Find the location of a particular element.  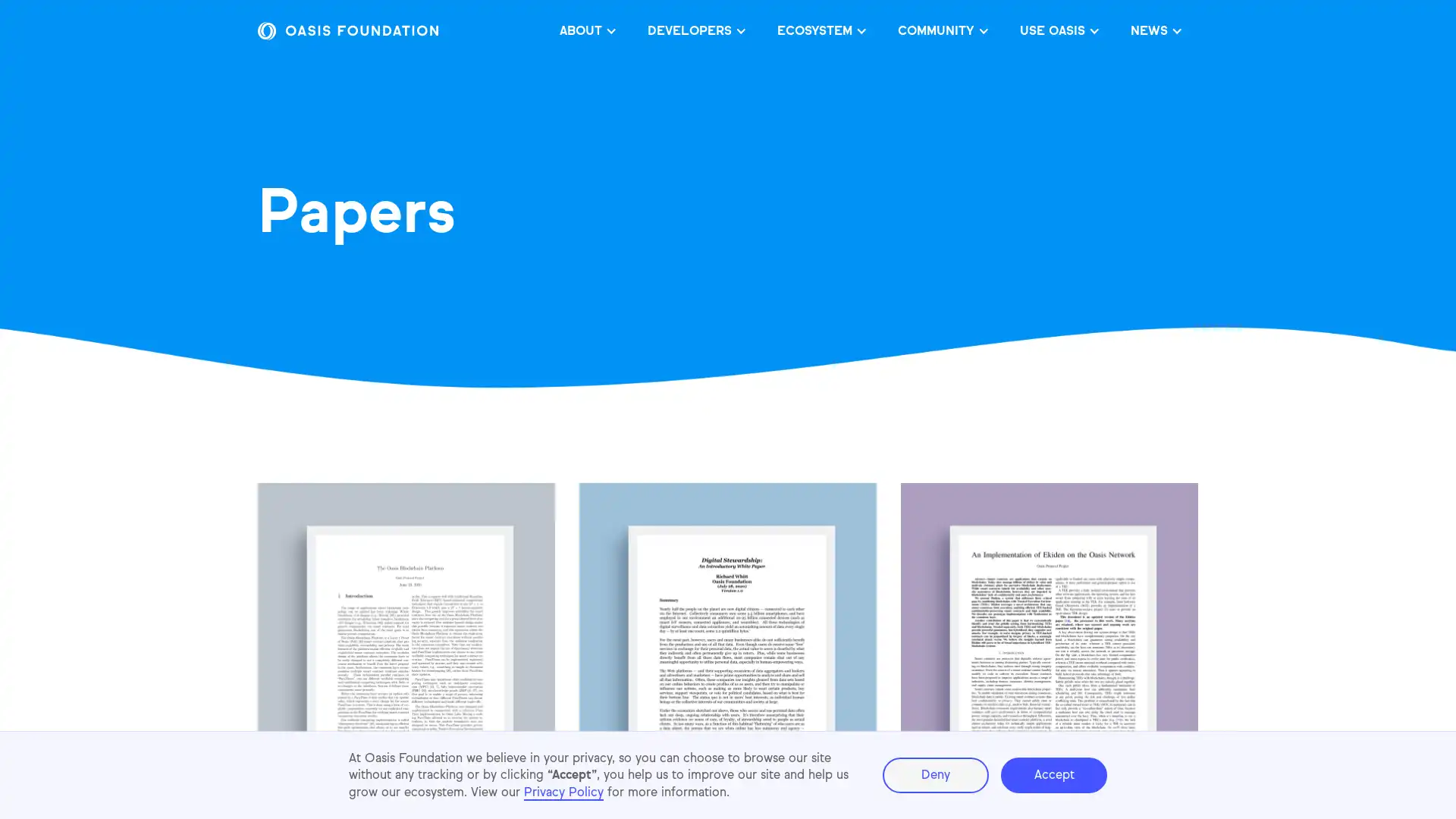

Accept is located at coordinates (1053, 775).